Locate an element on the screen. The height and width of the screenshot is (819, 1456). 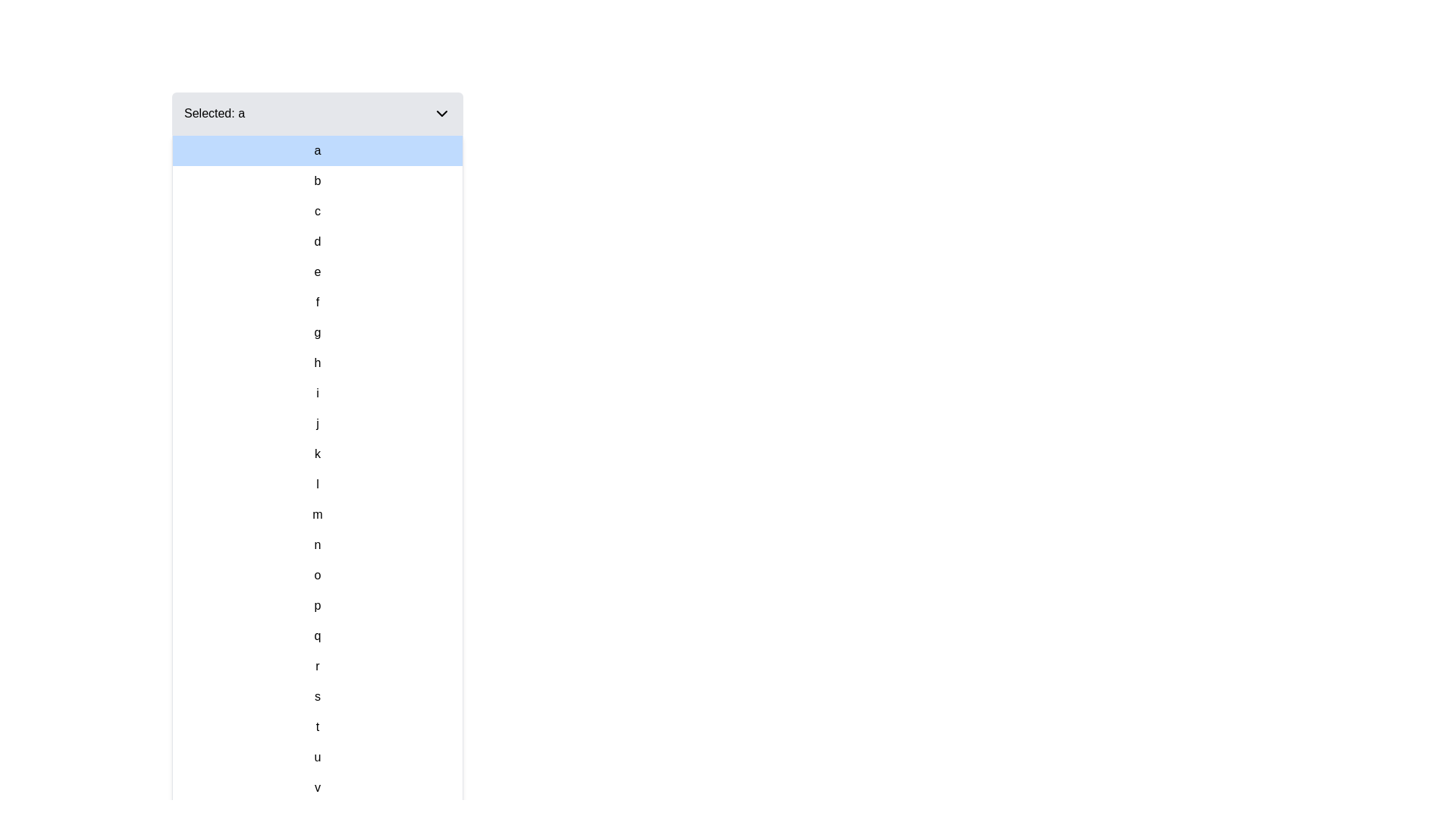
the text item displaying the letter 'b' in the vertical list is located at coordinates (316, 180).